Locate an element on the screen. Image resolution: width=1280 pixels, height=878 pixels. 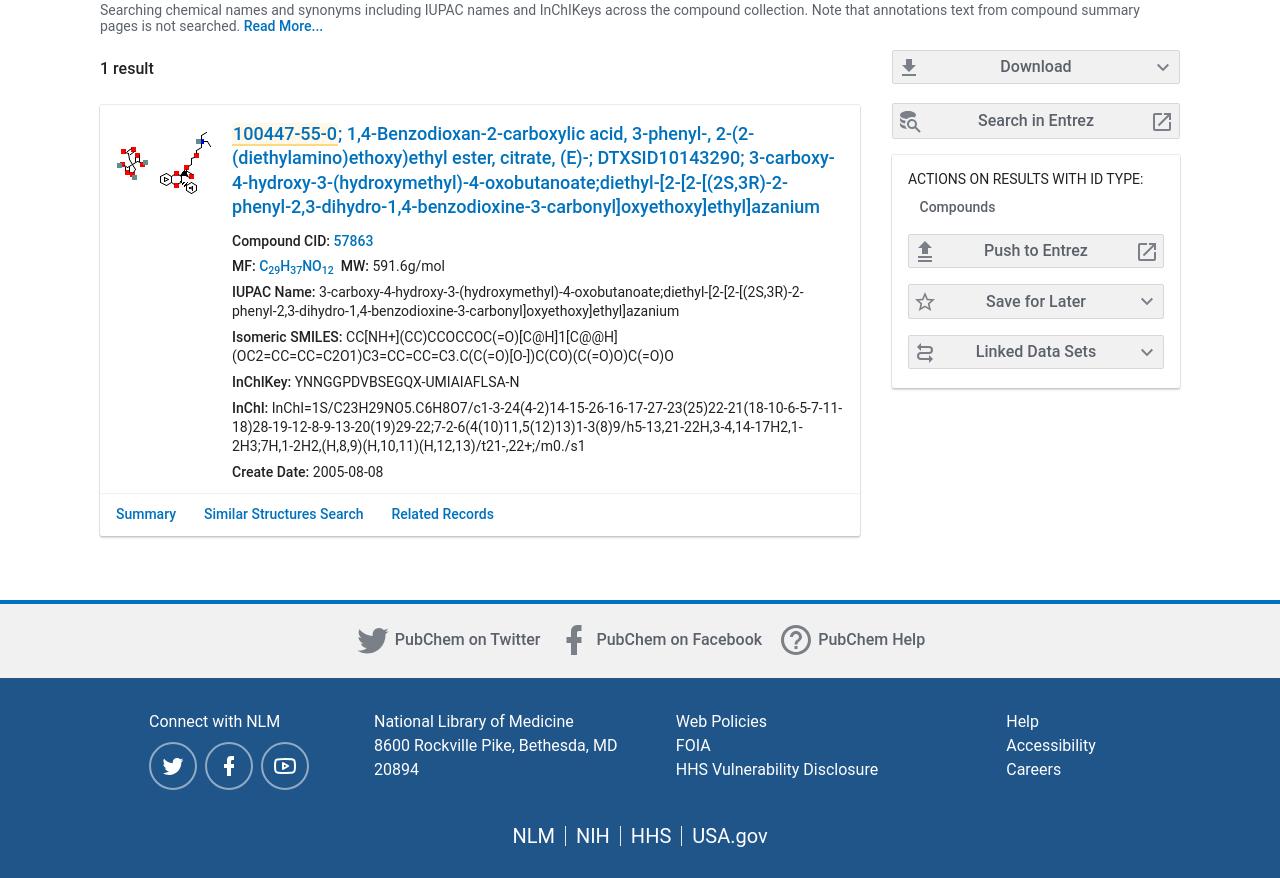
'Searching chemical names and synonyms including IUPAC names and InChIKeys across the compound collection. Note that annotations text from compound summary pages is not searched.' is located at coordinates (618, 16).